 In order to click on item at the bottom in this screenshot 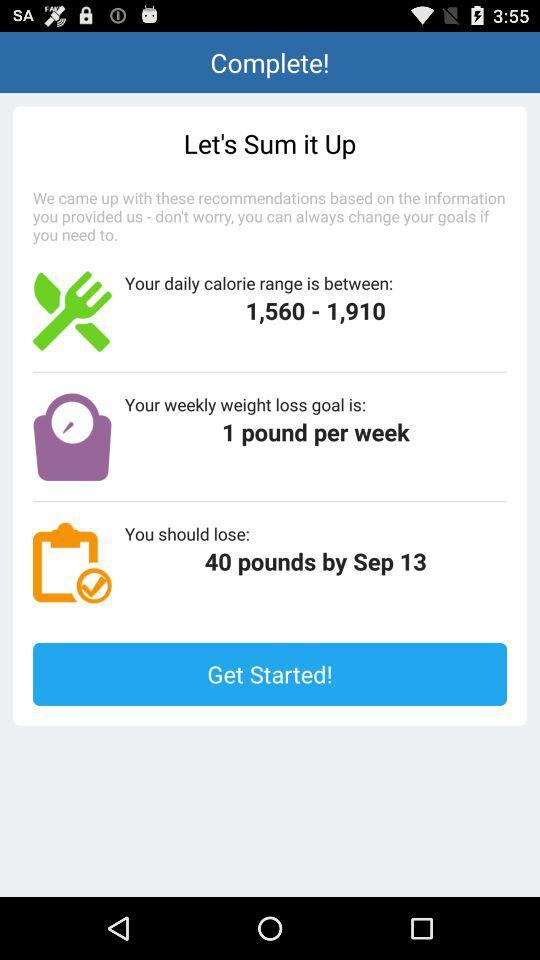, I will do `click(270, 674)`.